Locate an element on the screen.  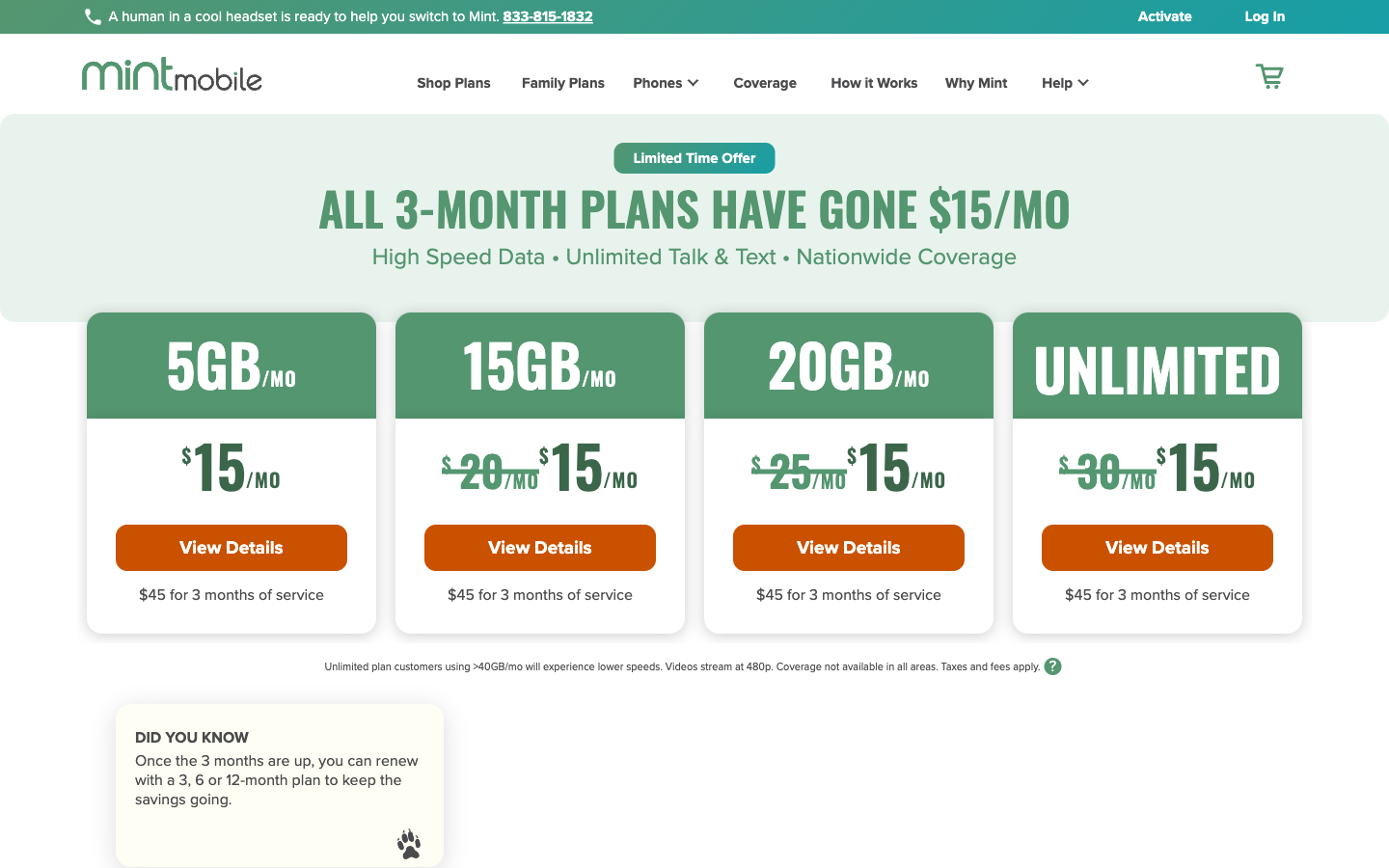
the Login interface is located at coordinates (1253, 15).